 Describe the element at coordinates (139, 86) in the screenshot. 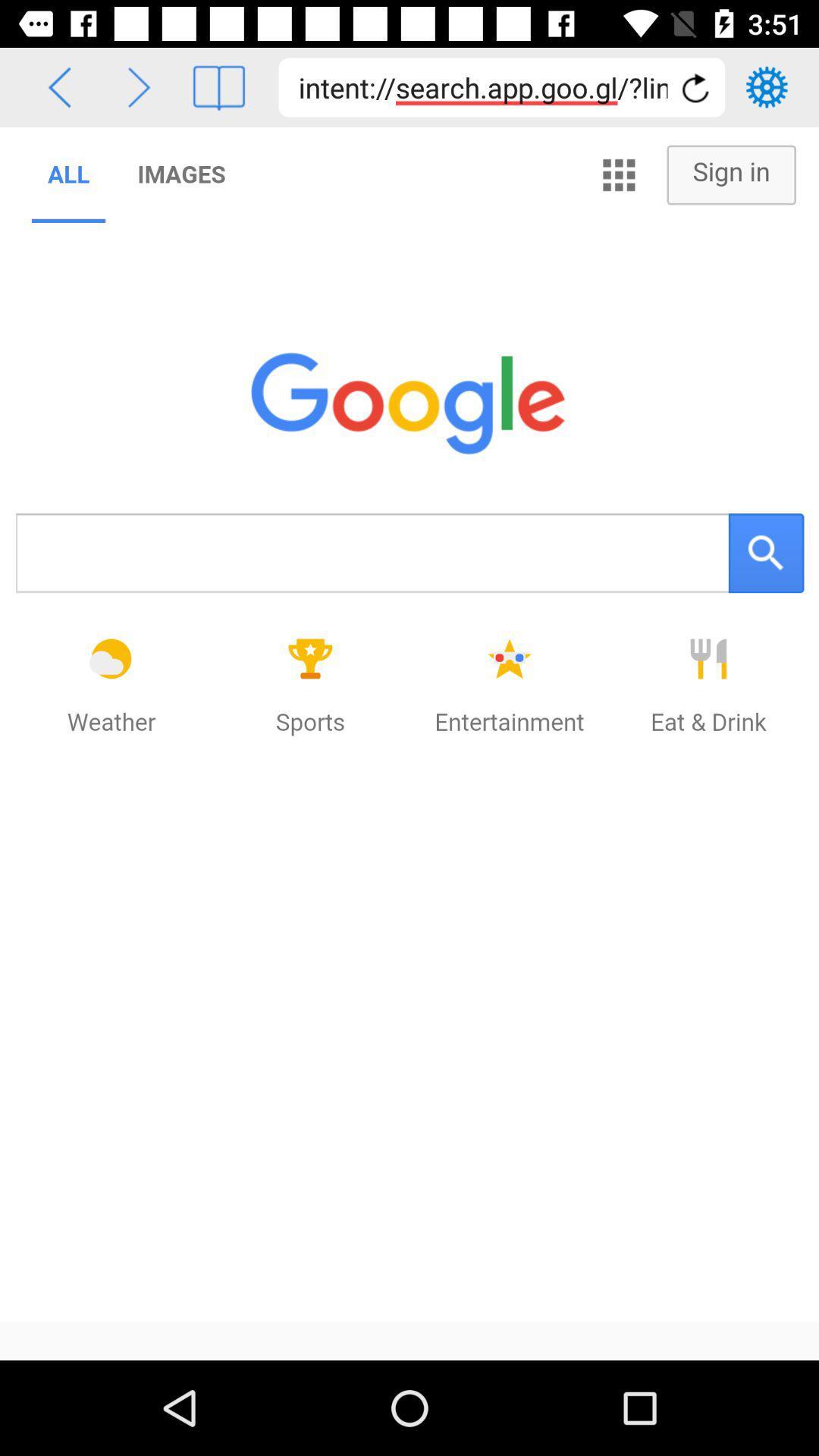

I see `go forward` at that location.